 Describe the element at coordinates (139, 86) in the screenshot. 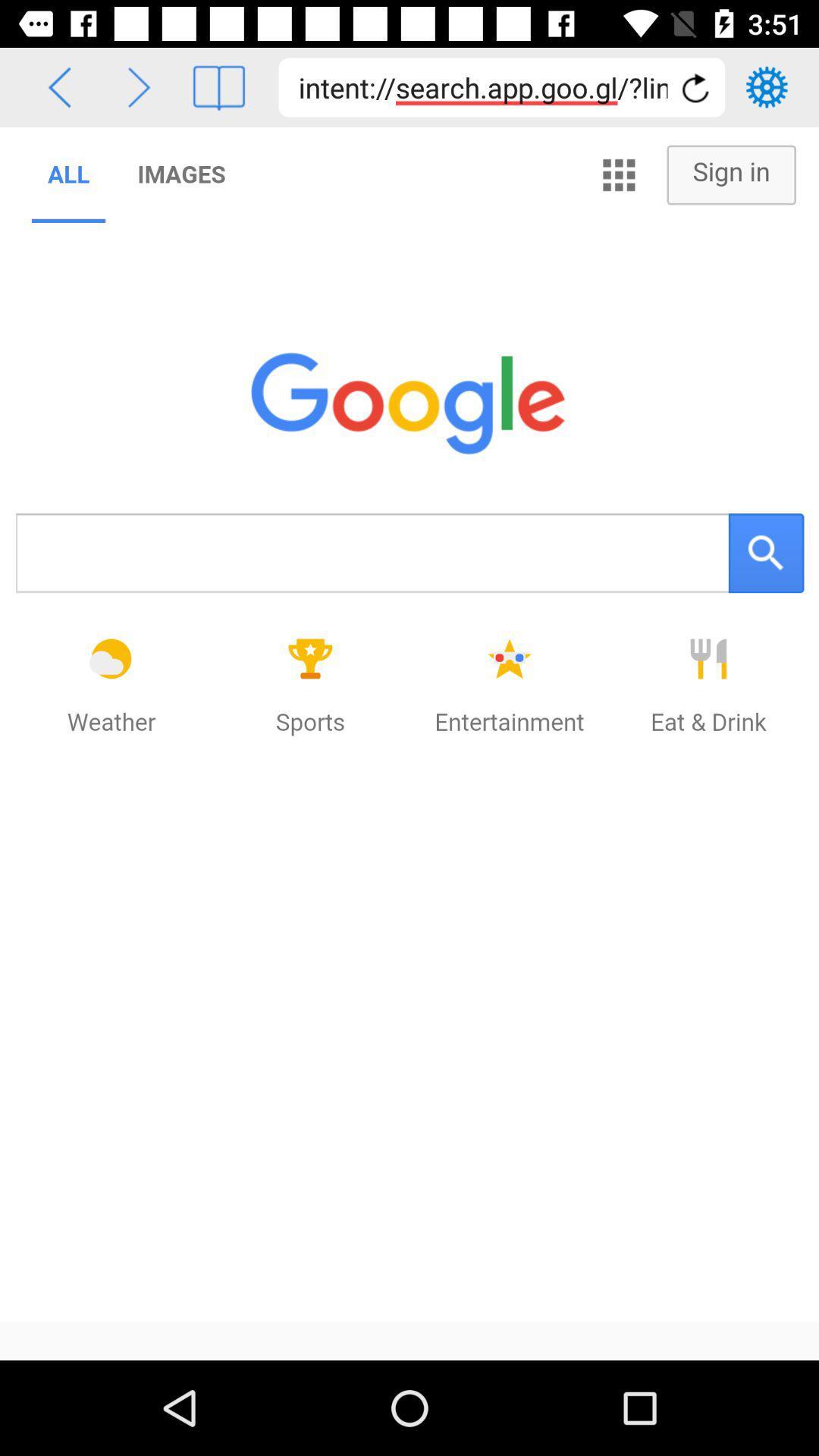

I see `go forward` at that location.